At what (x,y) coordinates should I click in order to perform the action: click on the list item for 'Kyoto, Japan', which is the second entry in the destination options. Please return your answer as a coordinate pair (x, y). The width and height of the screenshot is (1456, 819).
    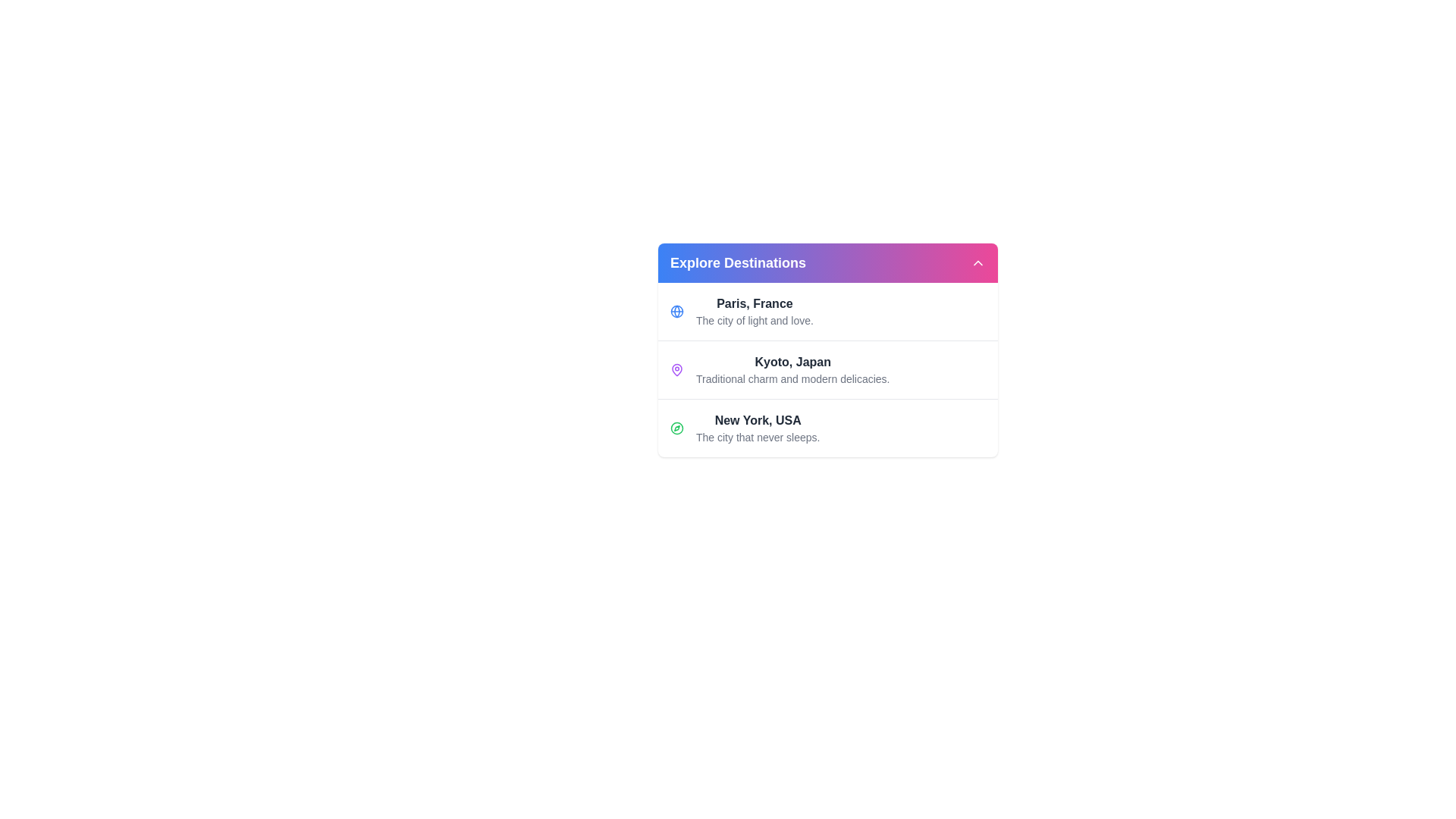
    Looking at the image, I should click on (827, 369).